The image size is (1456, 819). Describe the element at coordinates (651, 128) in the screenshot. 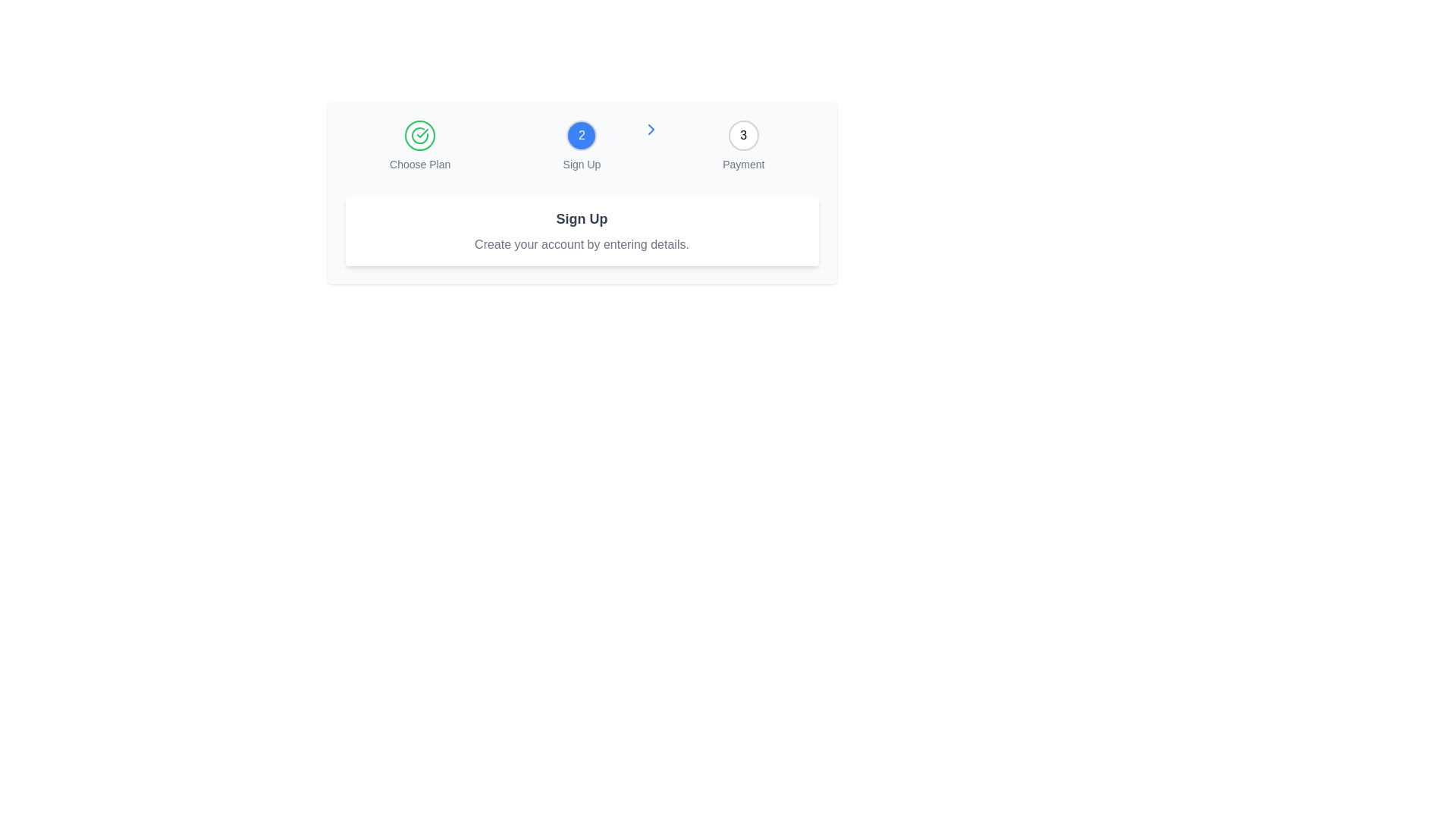

I see `the rightward-pointing blue chevron Navigation Icon located next to the '2 - Sign Up' label in the stepper progress bar` at that location.